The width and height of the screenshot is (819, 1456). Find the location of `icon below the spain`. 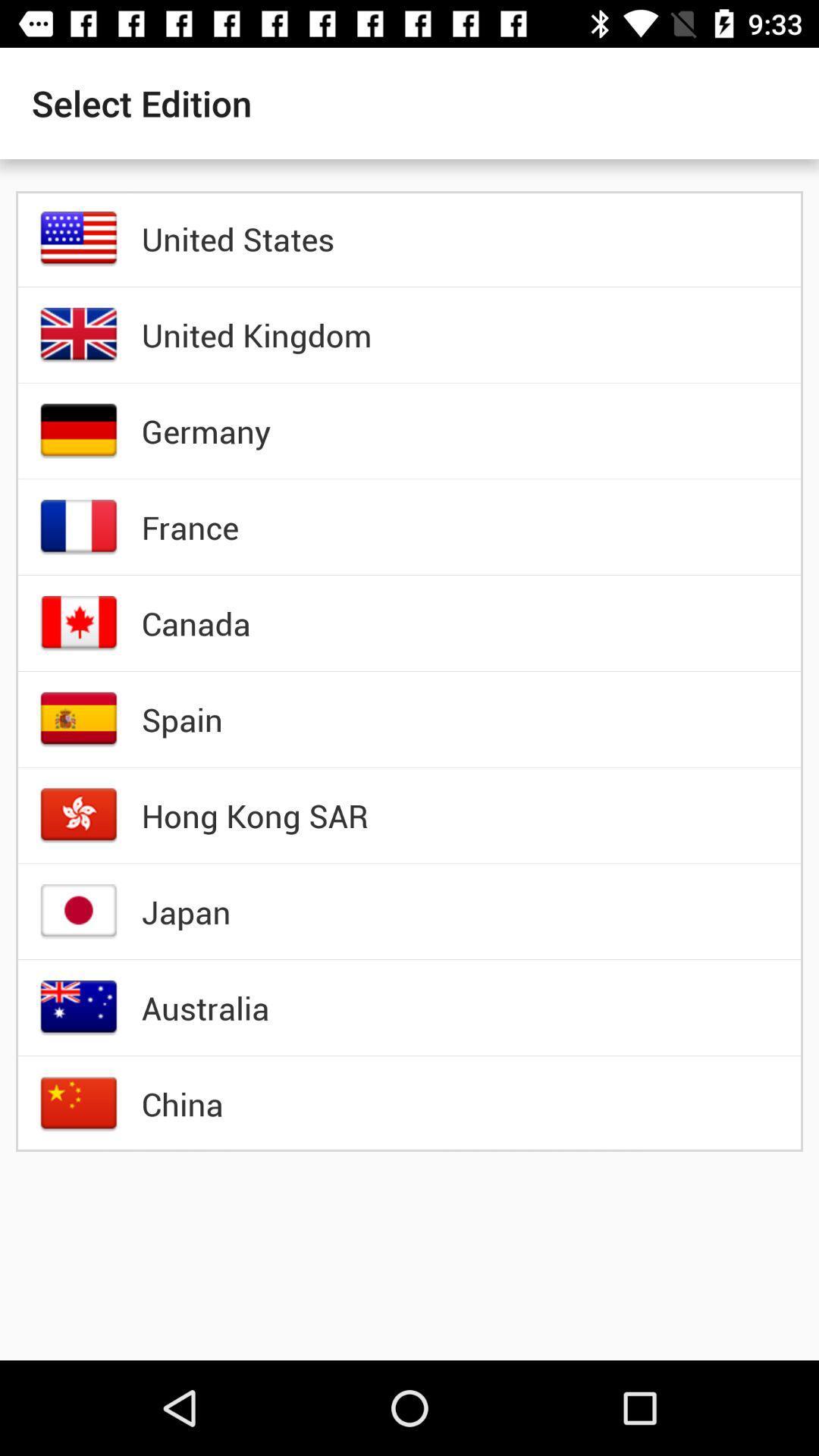

icon below the spain is located at coordinates (254, 814).